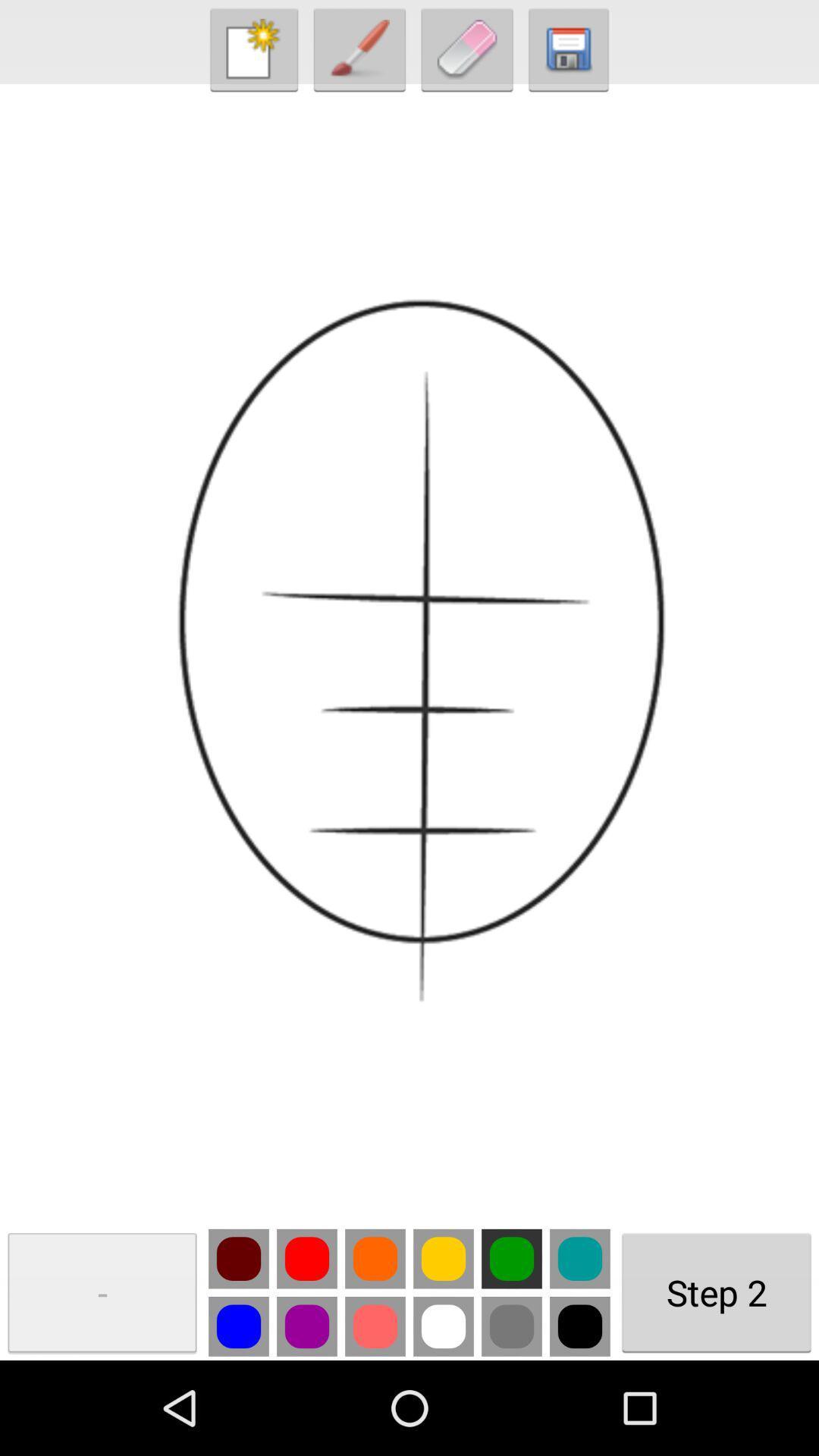 Image resolution: width=819 pixels, height=1456 pixels. What do you see at coordinates (466, 53) in the screenshot?
I see `the edit icon` at bounding box center [466, 53].